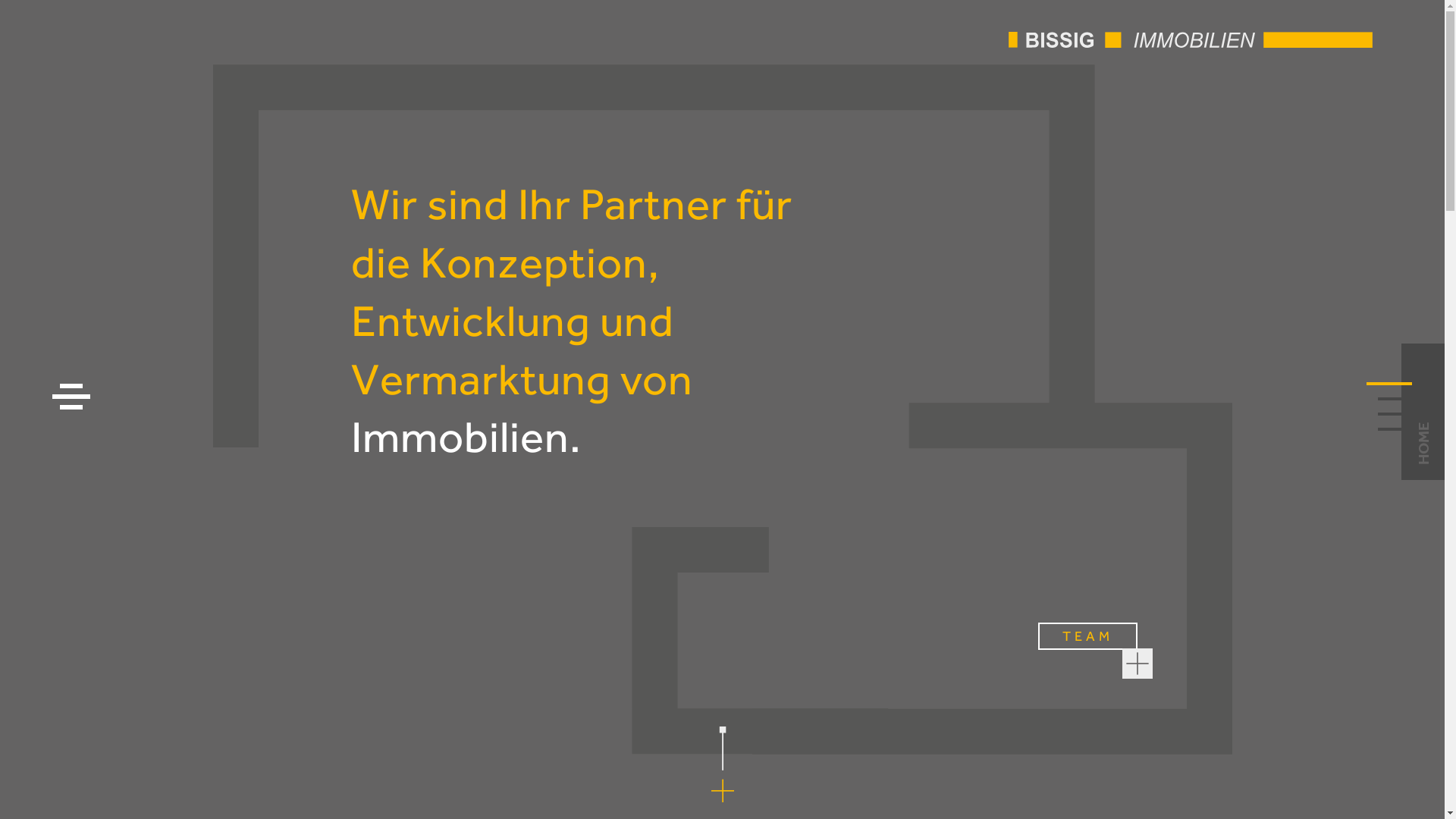 This screenshot has height=819, width=1456. What do you see at coordinates (1087, 636) in the screenshot?
I see `'TEAM'` at bounding box center [1087, 636].